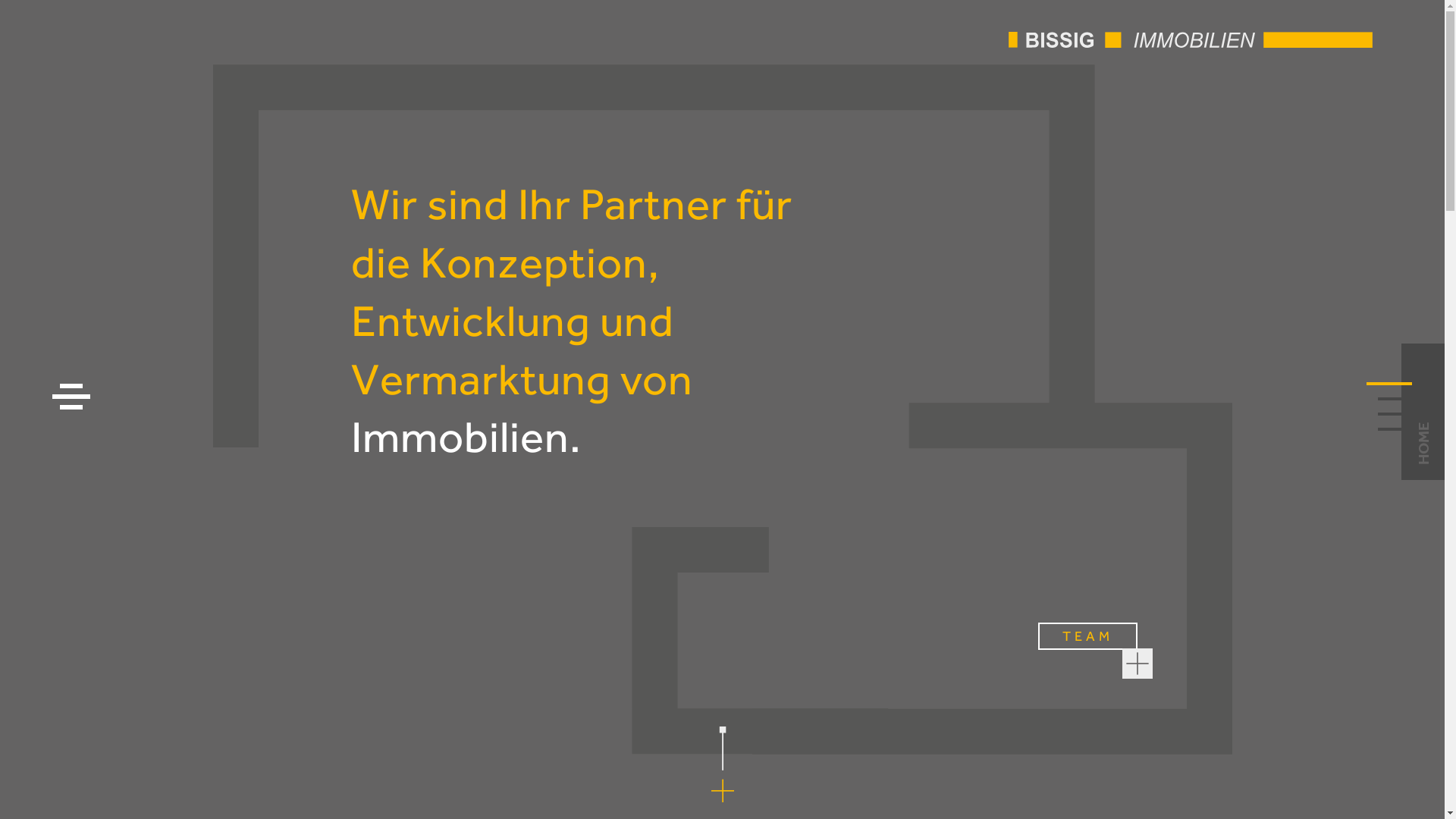 This screenshot has height=819, width=1456. What do you see at coordinates (1087, 636) in the screenshot?
I see `'TEAM'` at bounding box center [1087, 636].